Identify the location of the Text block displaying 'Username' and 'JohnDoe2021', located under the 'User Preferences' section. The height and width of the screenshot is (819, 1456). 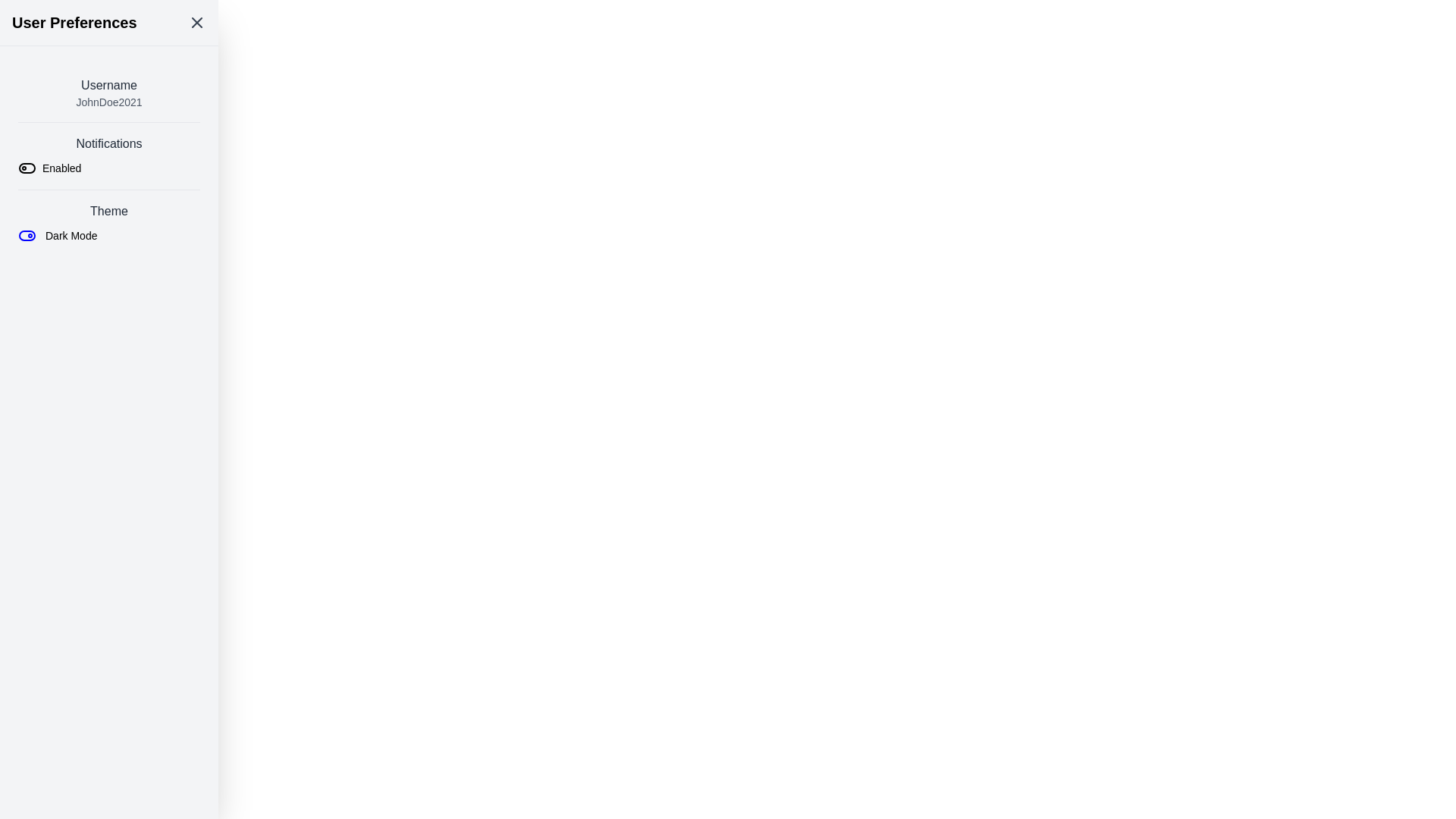
(108, 93).